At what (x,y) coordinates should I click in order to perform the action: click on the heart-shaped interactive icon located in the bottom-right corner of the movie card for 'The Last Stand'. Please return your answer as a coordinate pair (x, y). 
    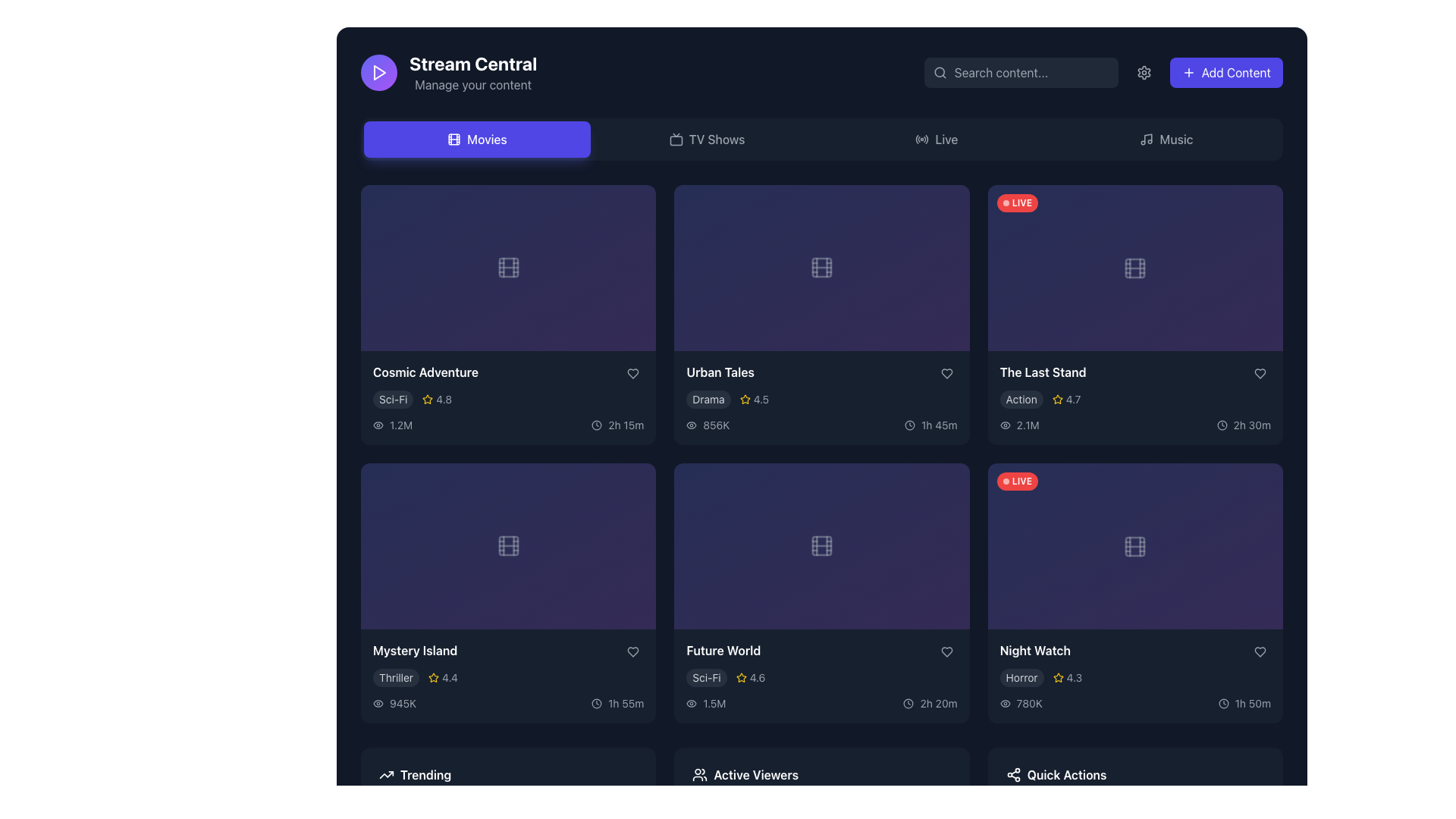
    Looking at the image, I should click on (1260, 374).